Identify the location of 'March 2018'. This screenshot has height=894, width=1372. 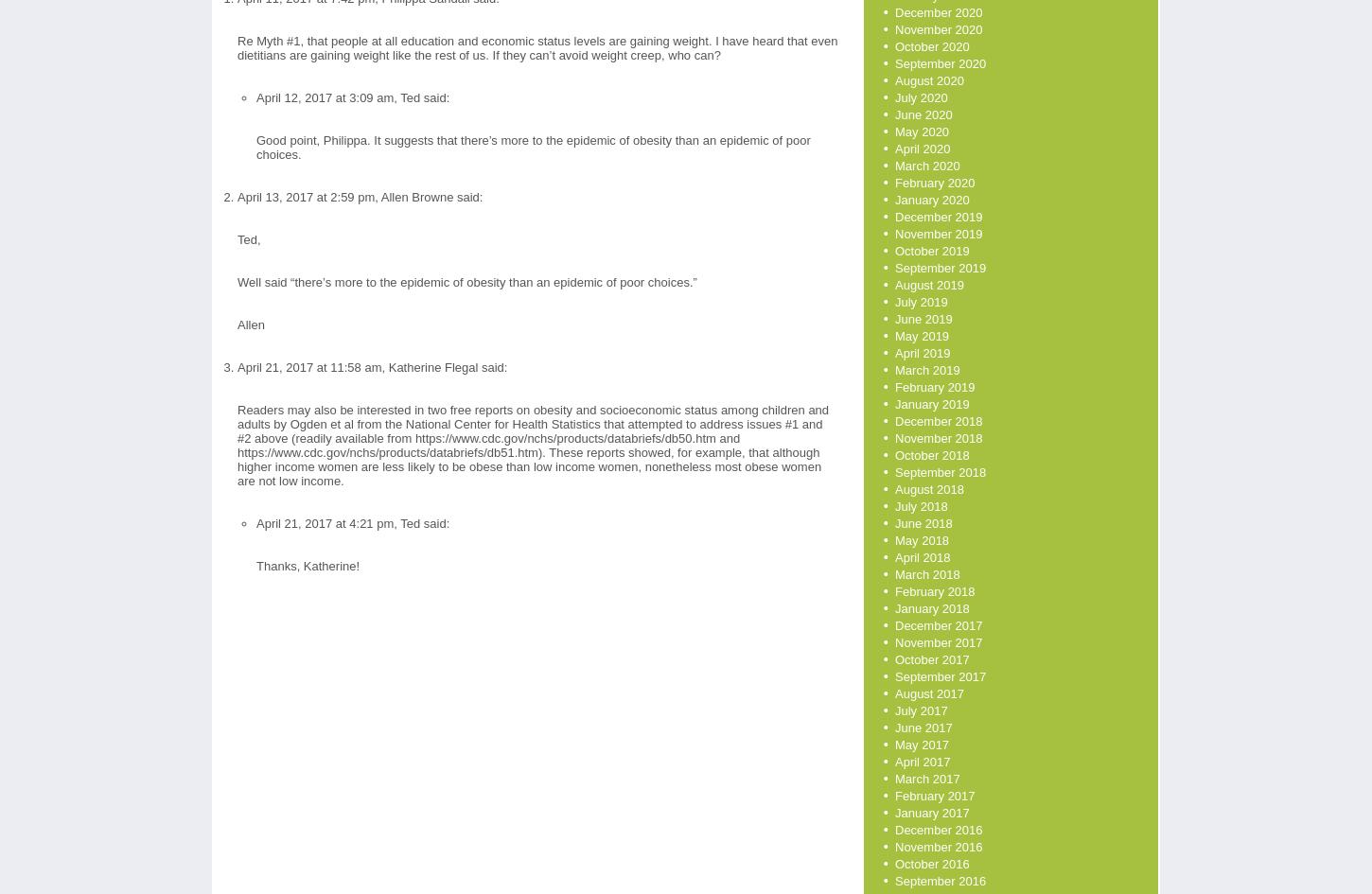
(927, 574).